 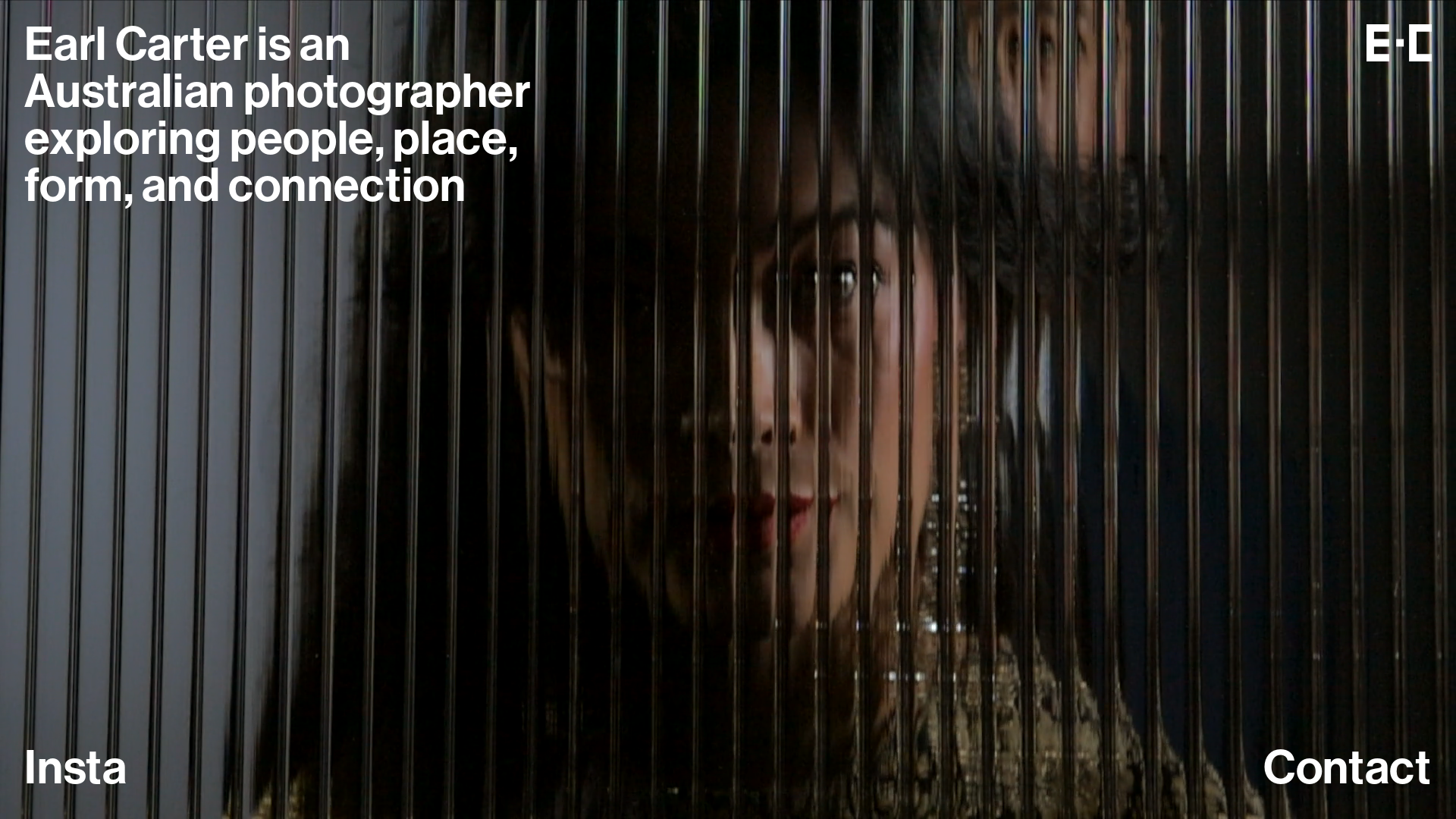 I want to click on 'Earl ?', so click(x=81, y=45).